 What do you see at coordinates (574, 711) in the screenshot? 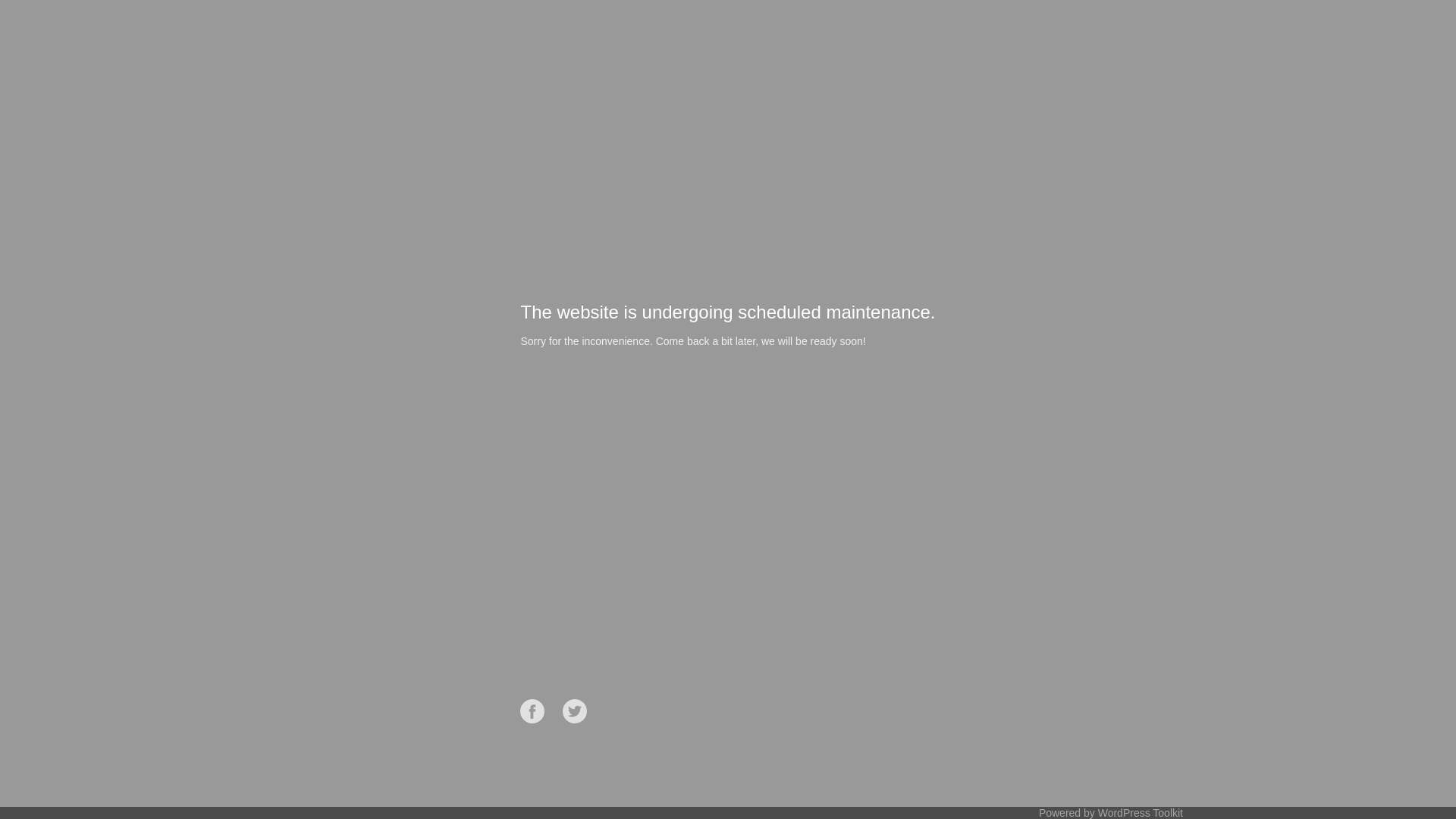
I see `'Twitter'` at bounding box center [574, 711].